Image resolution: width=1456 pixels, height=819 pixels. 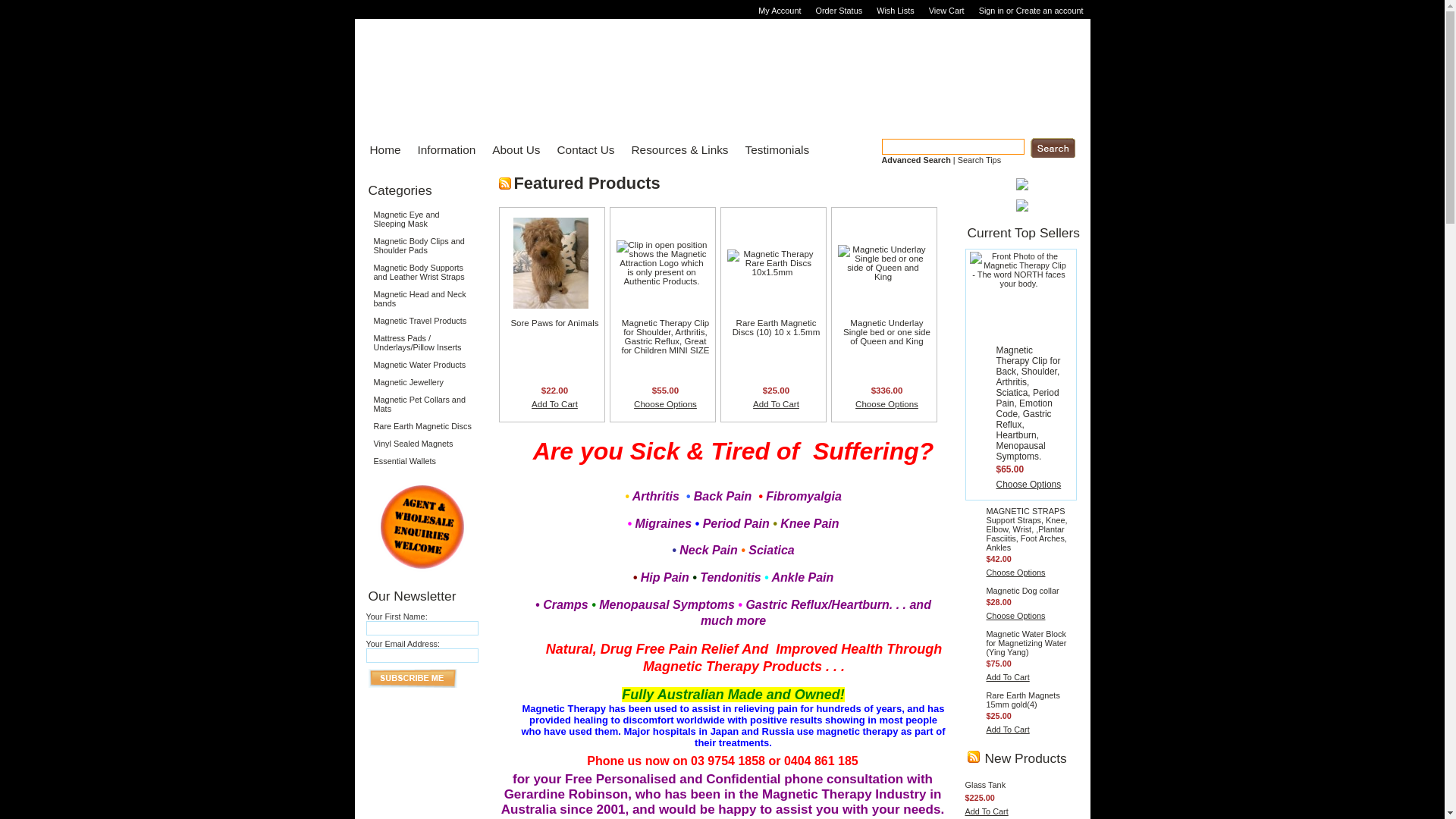 I want to click on 'Home', so click(x=381, y=149).